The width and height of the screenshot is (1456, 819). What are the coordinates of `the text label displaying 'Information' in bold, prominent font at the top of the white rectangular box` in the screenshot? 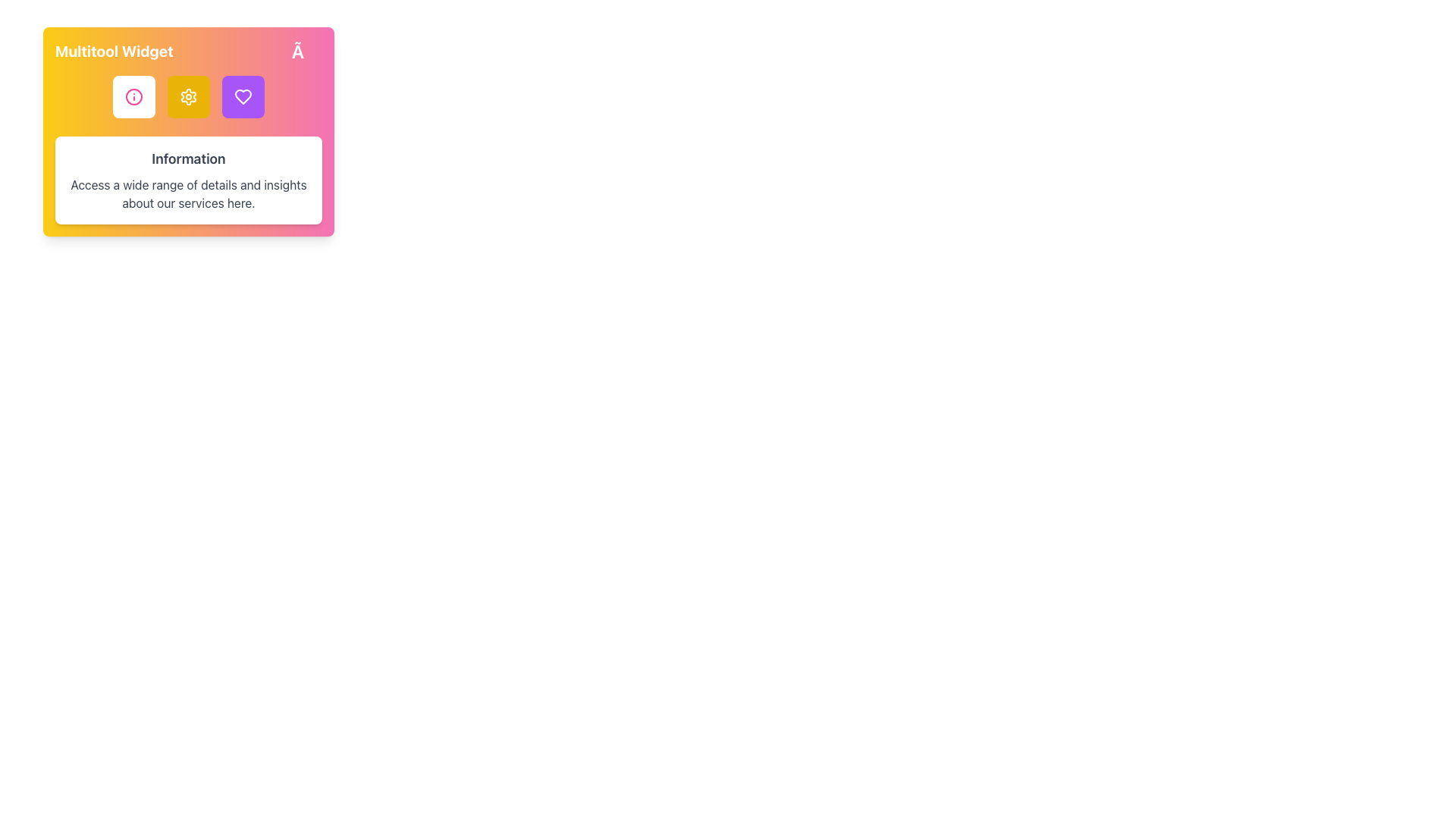 It's located at (188, 158).